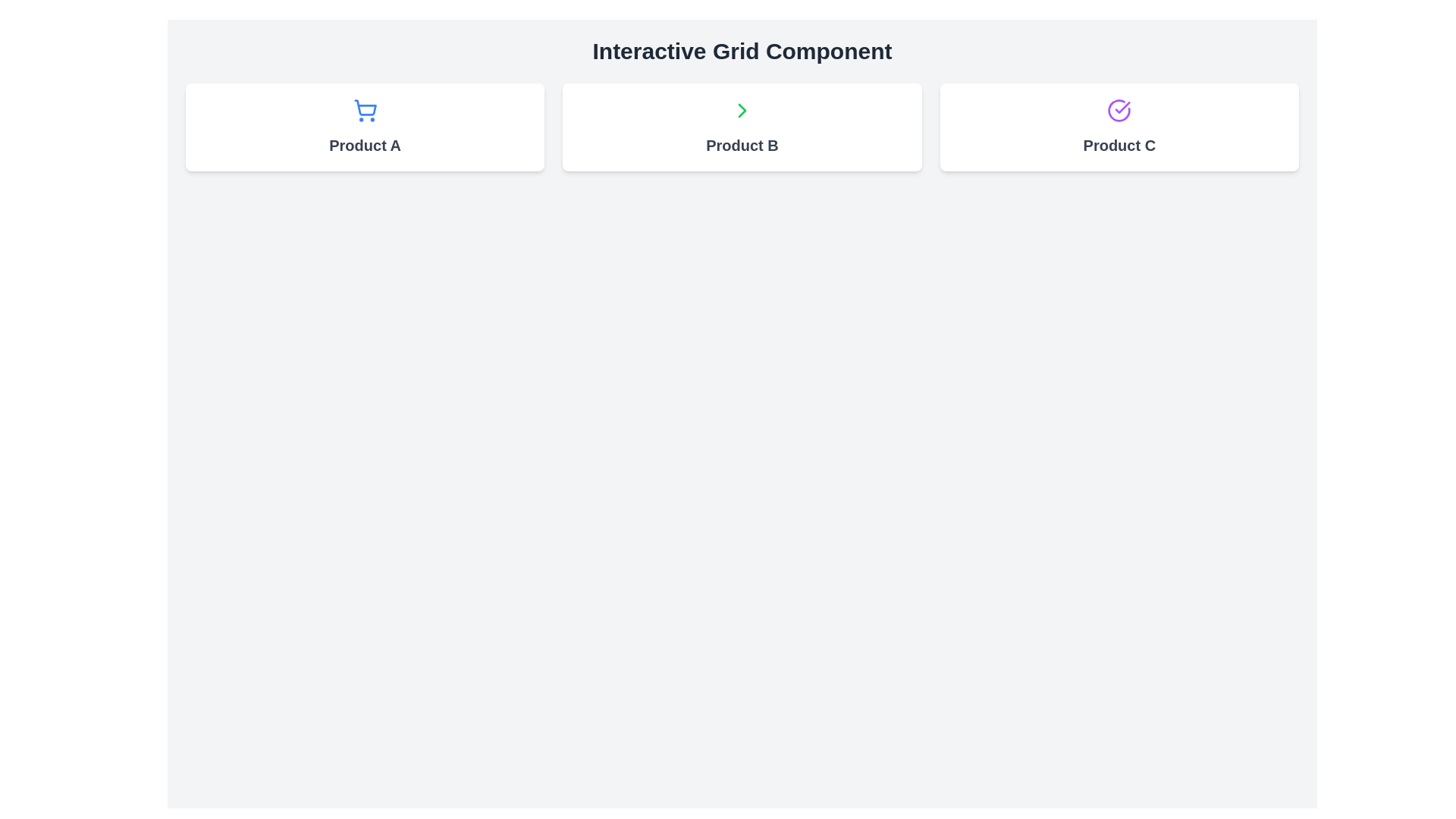 This screenshot has width=1456, height=819. What do you see at coordinates (365, 110) in the screenshot?
I see `the shopping cart icon located at the top center of the 'Product A' card` at bounding box center [365, 110].